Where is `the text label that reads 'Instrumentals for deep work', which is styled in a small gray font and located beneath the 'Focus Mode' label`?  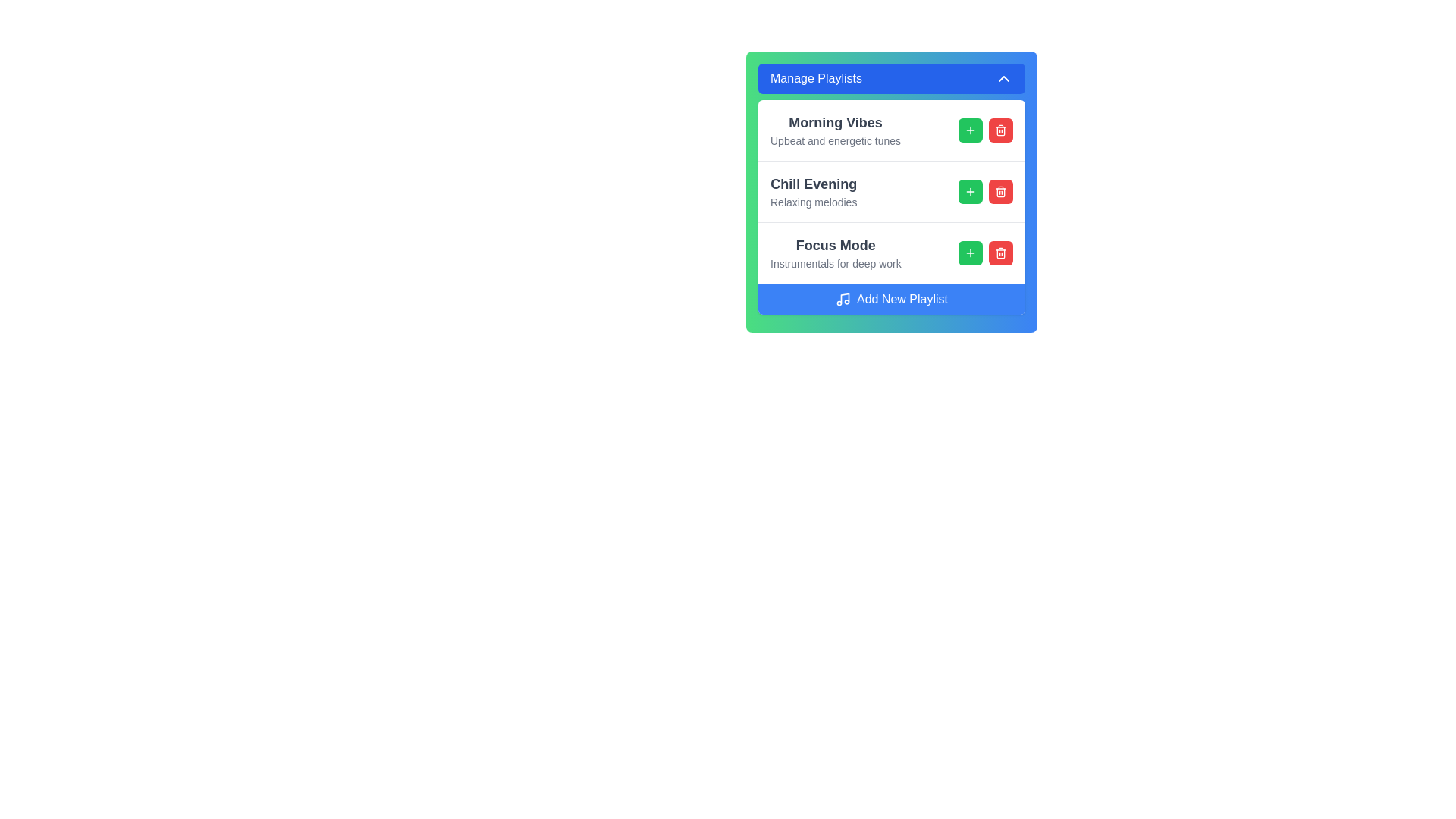 the text label that reads 'Instrumentals for deep work', which is styled in a small gray font and located beneath the 'Focus Mode' label is located at coordinates (835, 262).